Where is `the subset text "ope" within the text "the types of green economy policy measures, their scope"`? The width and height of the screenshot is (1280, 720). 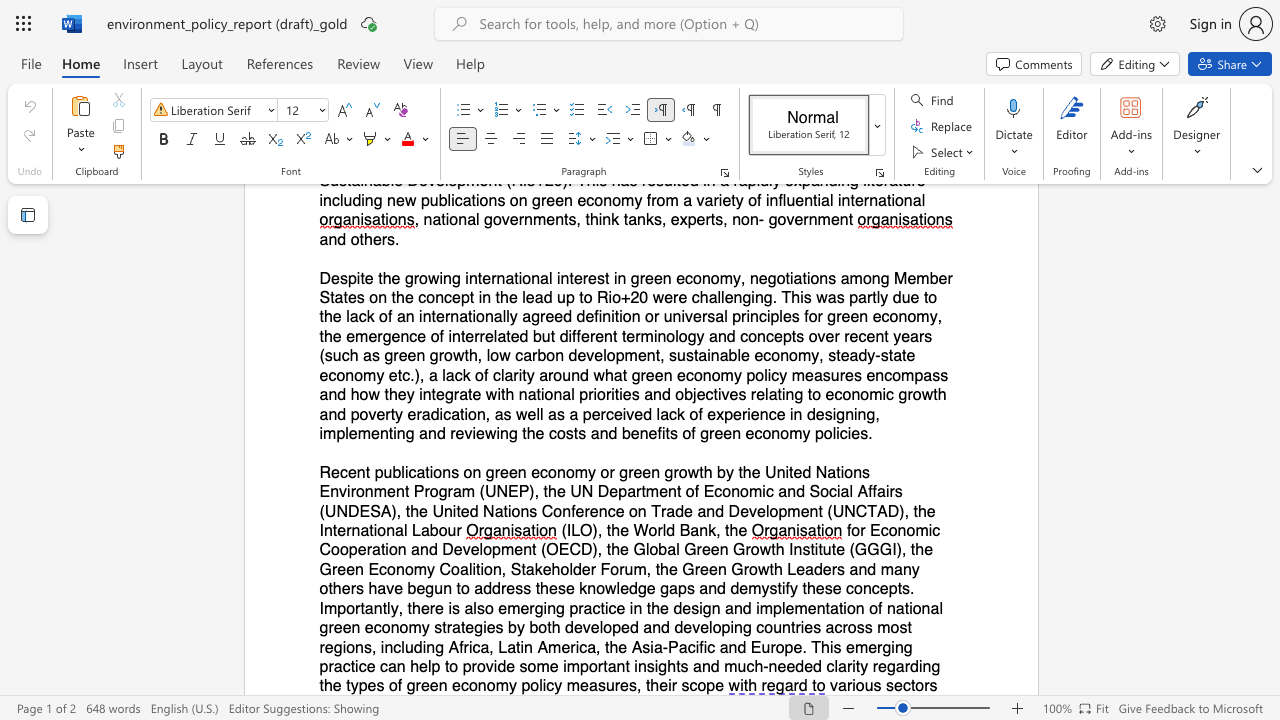 the subset text "ope" within the text "the types of green economy policy measures, their scope" is located at coordinates (697, 685).